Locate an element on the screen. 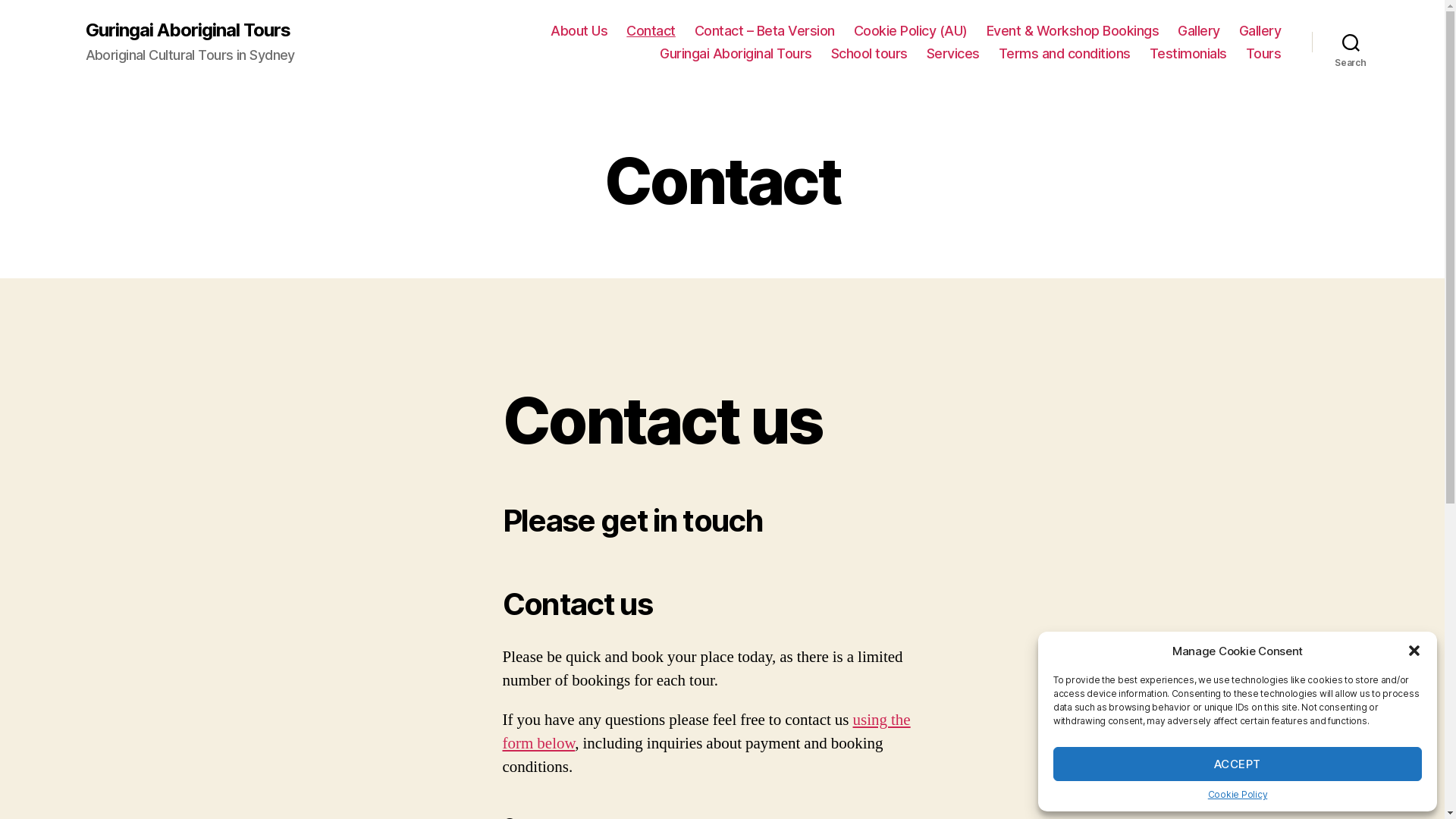  'Event & Workshop Bookings' is located at coordinates (1072, 31).